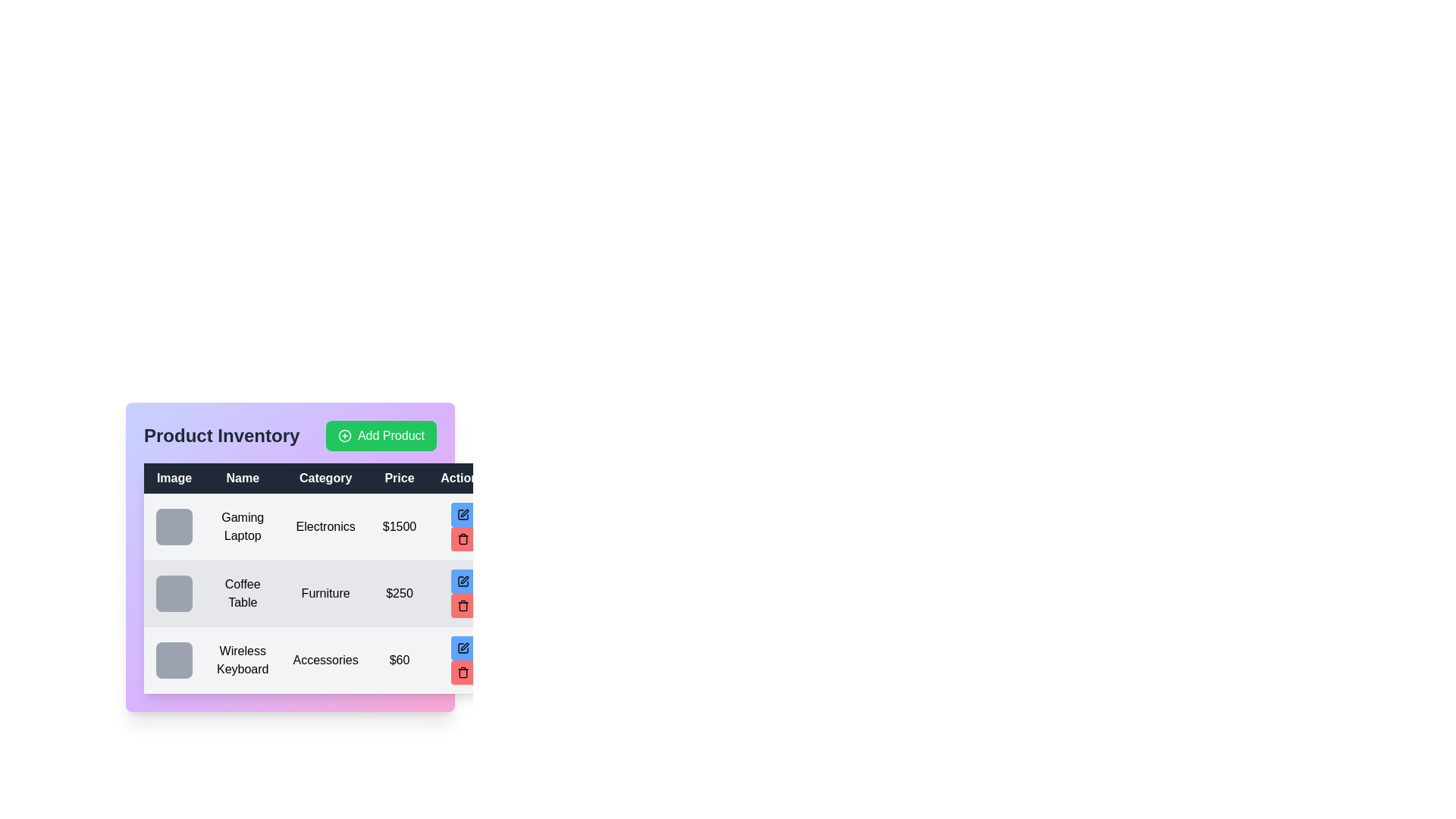 Image resolution: width=1456 pixels, height=819 pixels. I want to click on the Image Placeholder in the first row of the product inventory table, so click(174, 526).